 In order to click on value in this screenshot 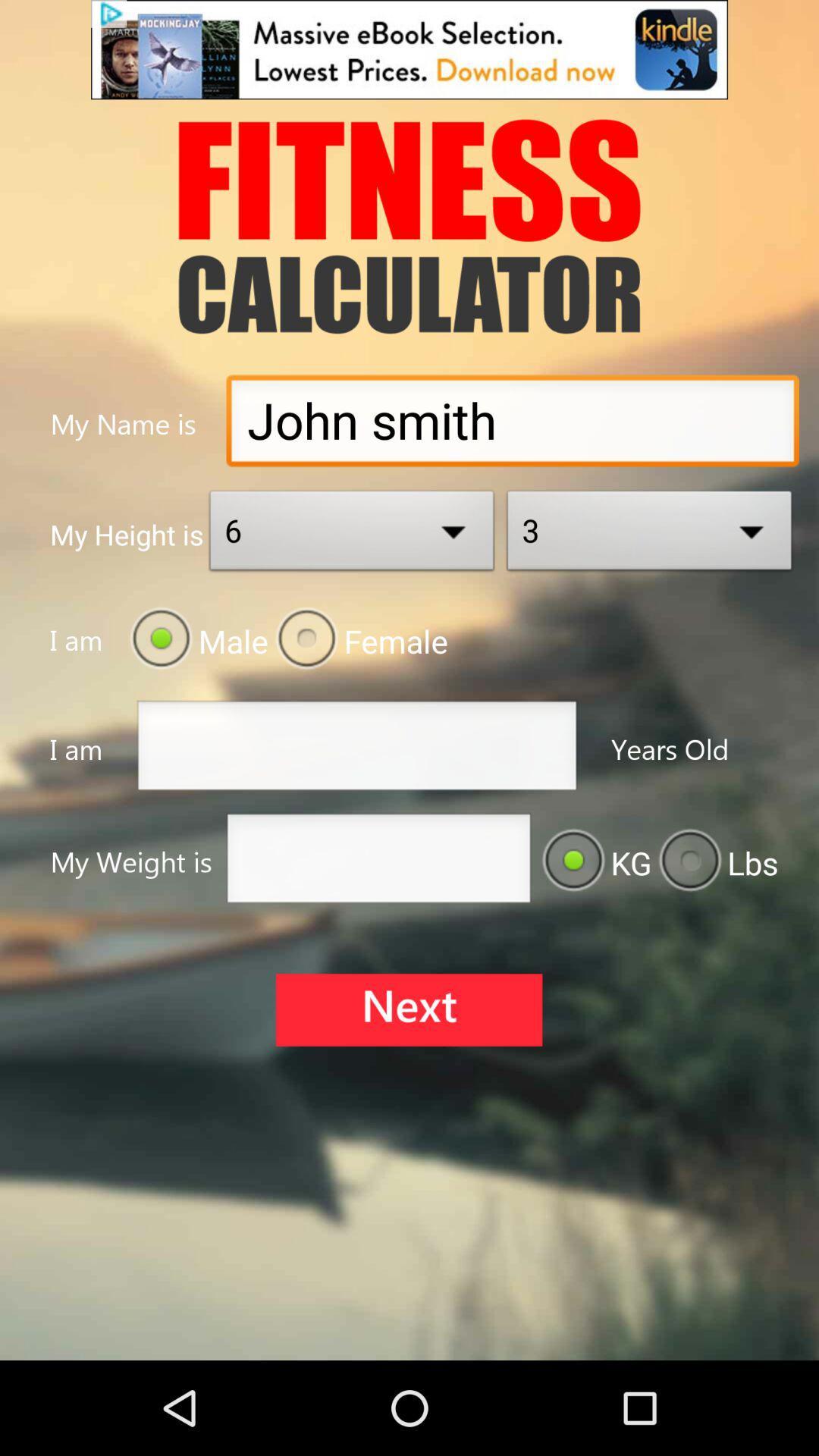, I will do `click(378, 862)`.